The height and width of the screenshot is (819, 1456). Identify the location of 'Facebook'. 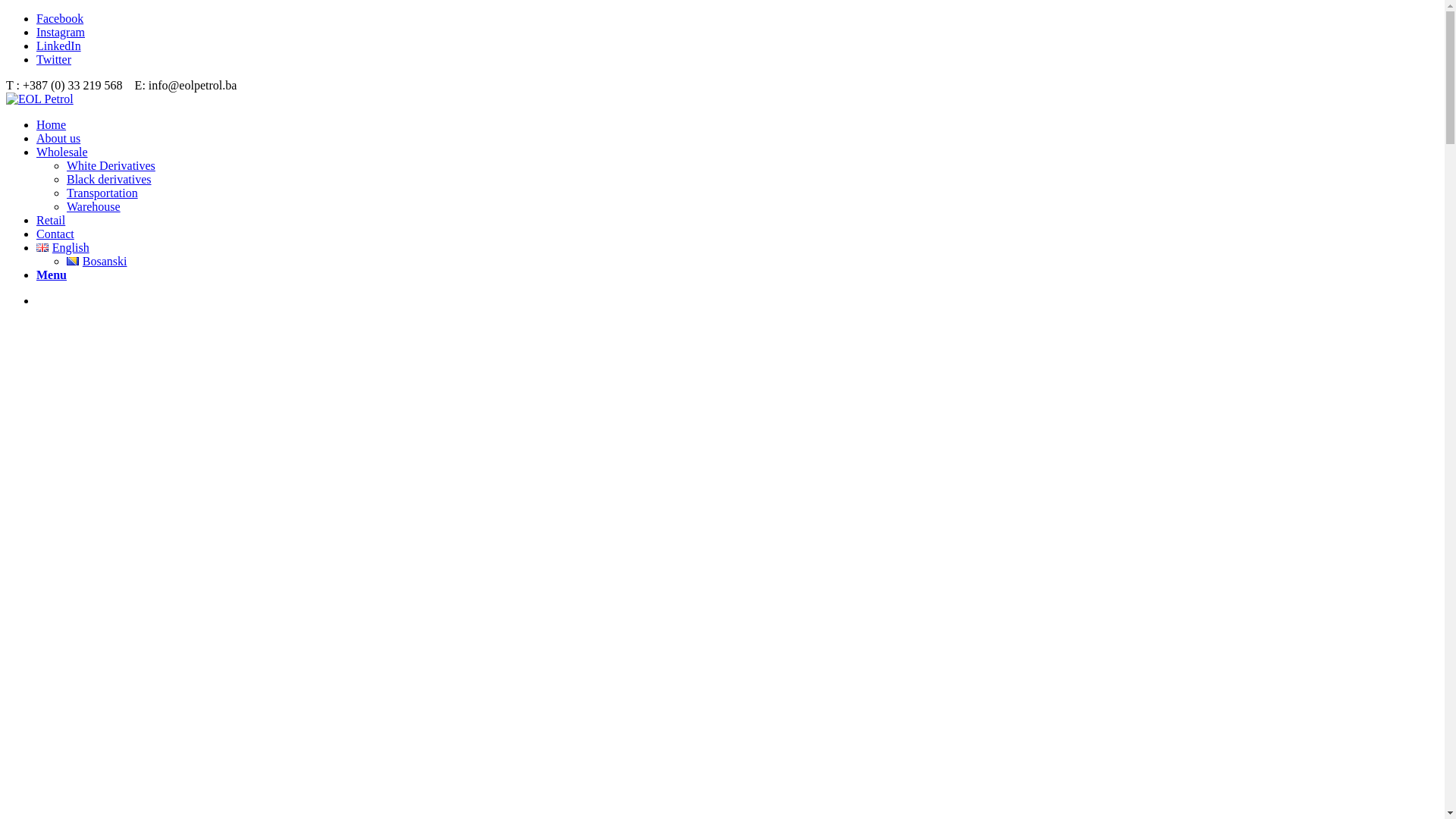
(59, 18).